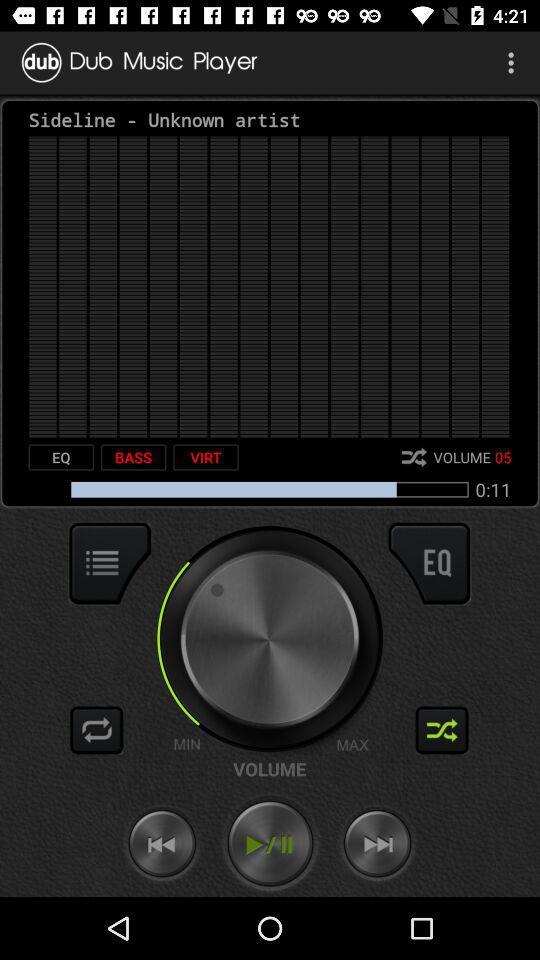  I want to click on the  bass  item, so click(133, 457).